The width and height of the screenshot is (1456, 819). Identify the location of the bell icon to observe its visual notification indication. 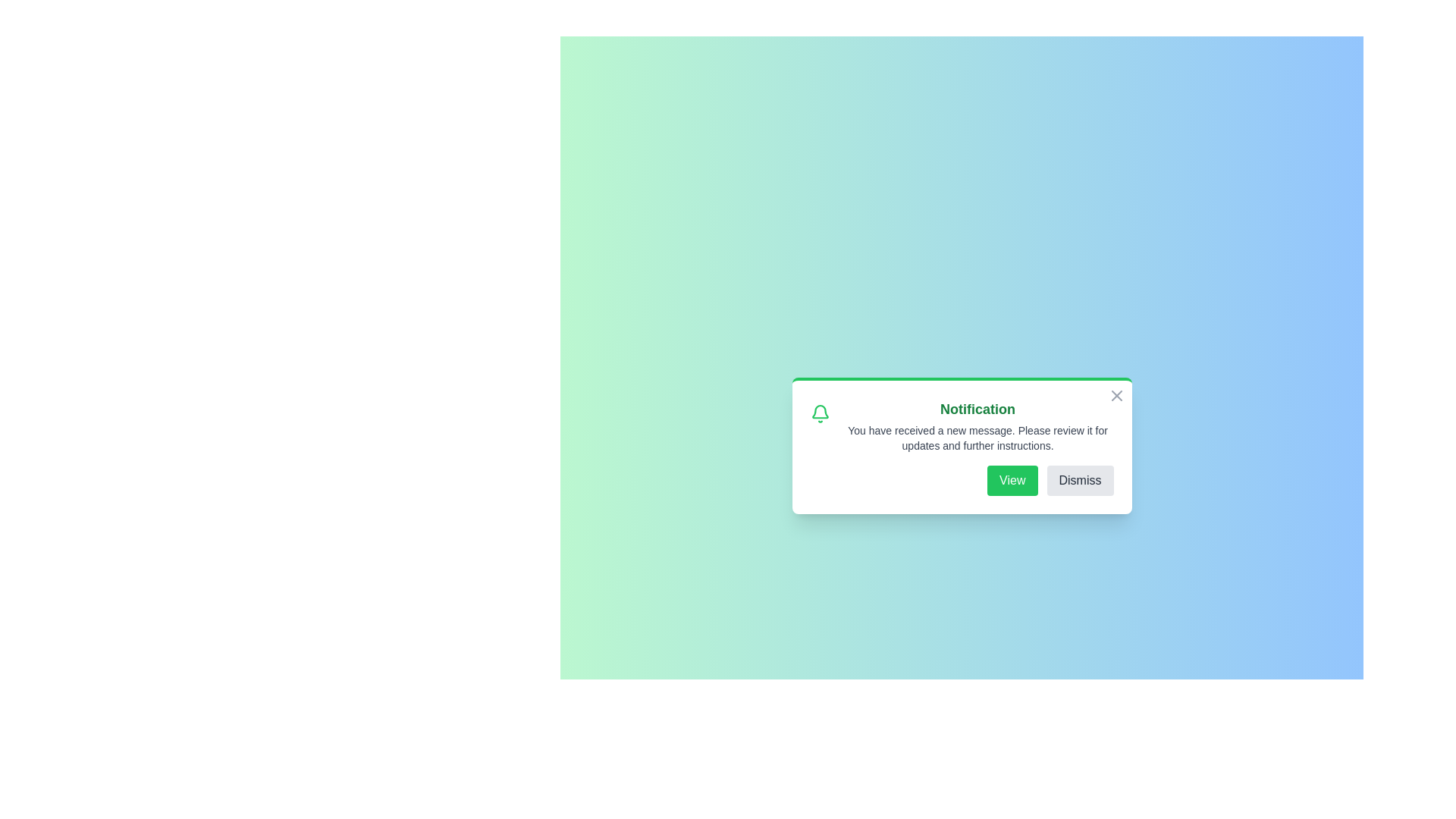
(819, 414).